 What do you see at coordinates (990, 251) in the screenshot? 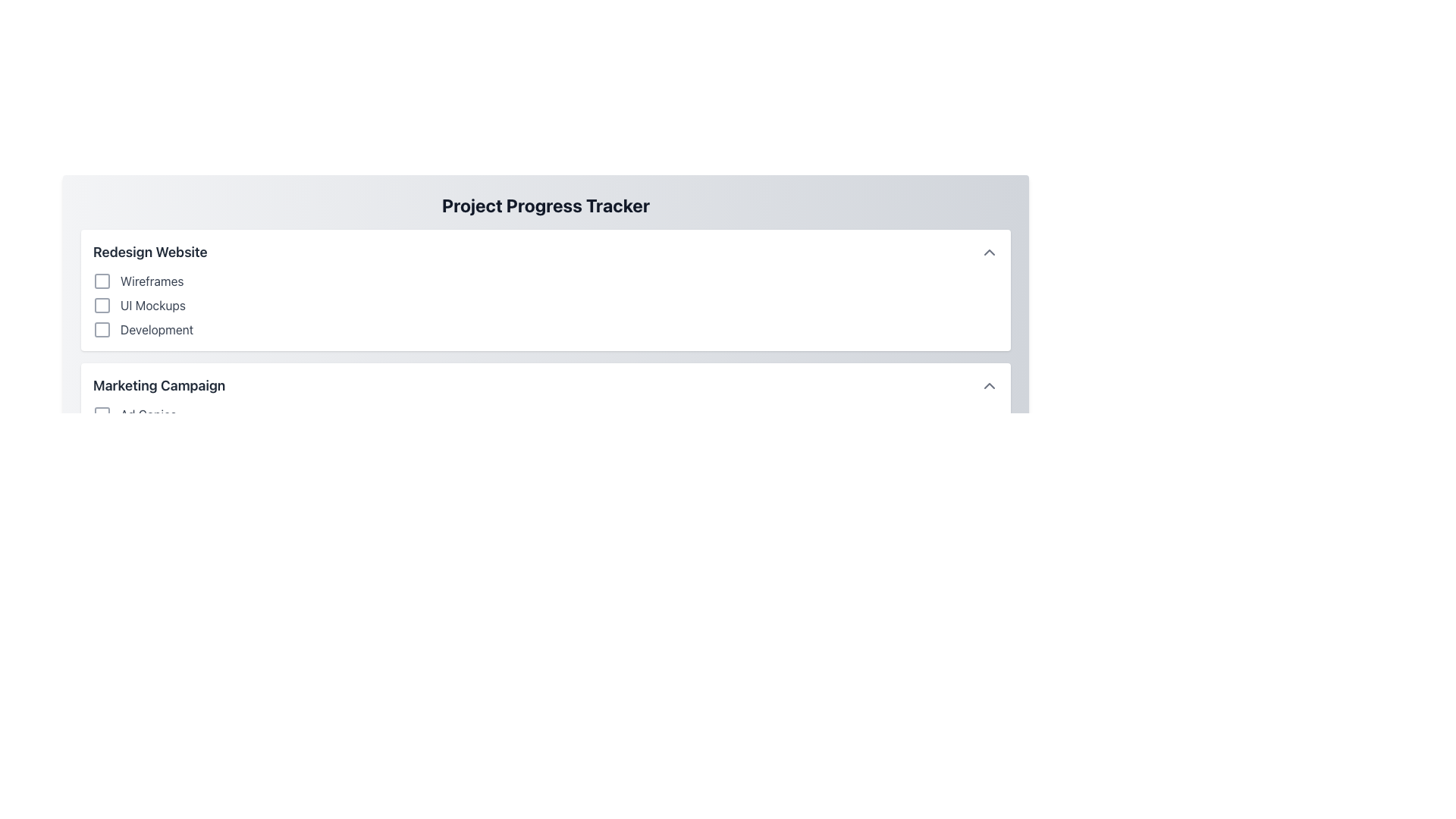
I see `the upward pointing chevron button styled in gray, located at the far right of the 'Redesign Website' section` at bounding box center [990, 251].